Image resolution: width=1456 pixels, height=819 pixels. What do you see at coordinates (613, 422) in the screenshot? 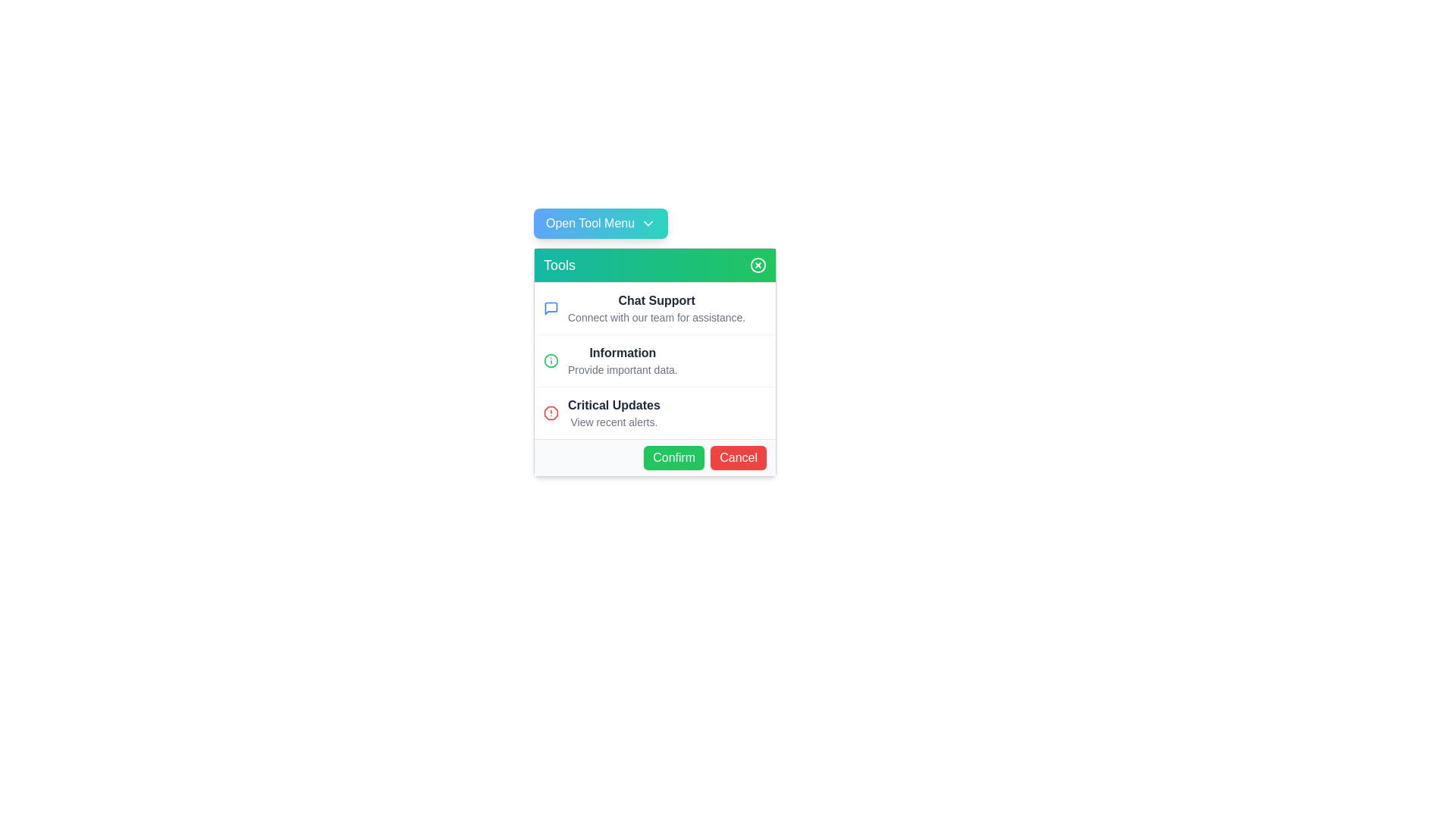
I see `the small text label that says 'View recent alerts.' located beneath the 'Critical Updates' label within the 'Tools' dropdown section` at bounding box center [613, 422].